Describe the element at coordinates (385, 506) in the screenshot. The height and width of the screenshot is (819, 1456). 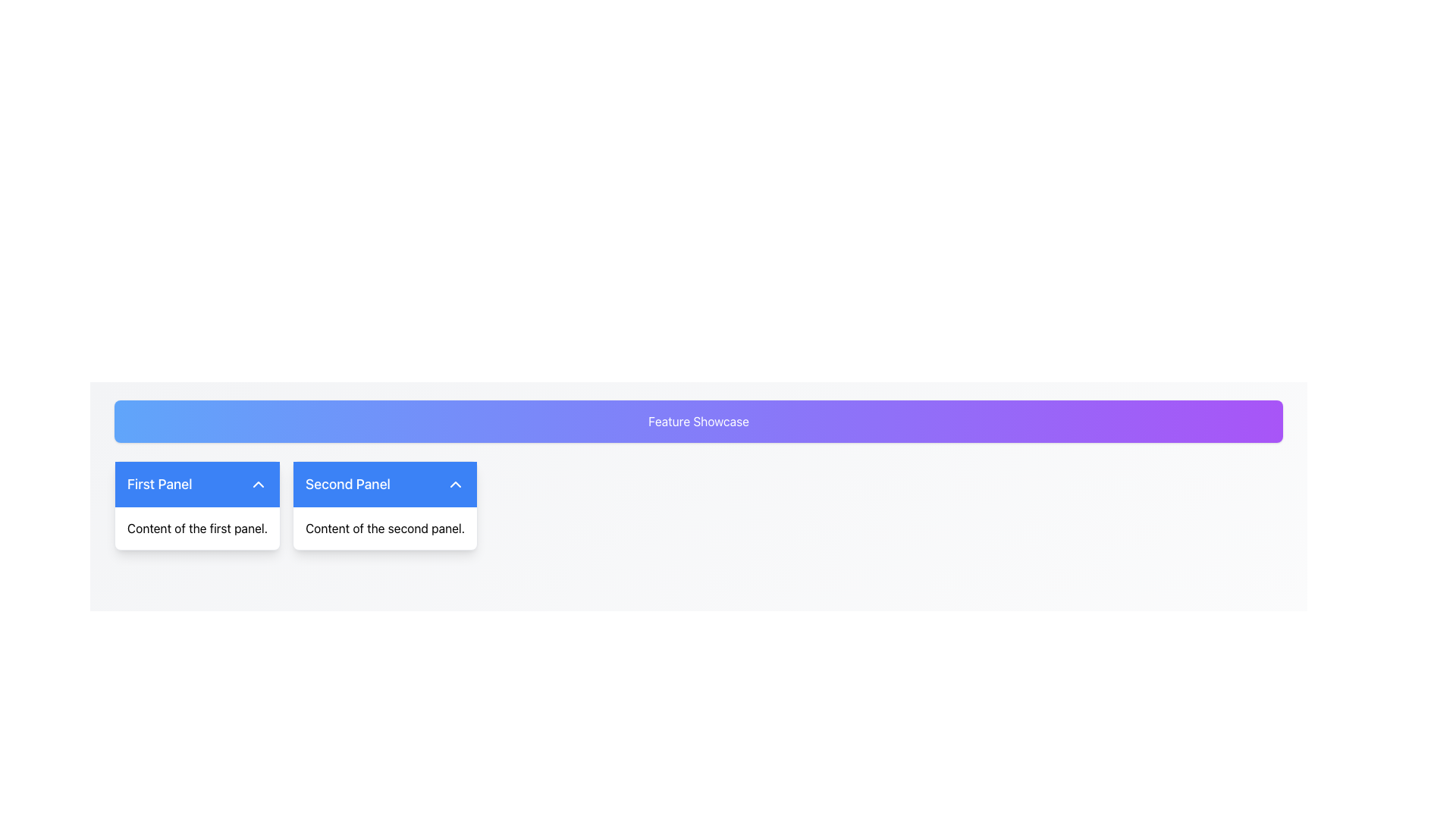
I see `the header of the 'Second Panel' Collapsible Panel, which is styled with a blue background and contains the text 'Second Panel' in white` at that location.